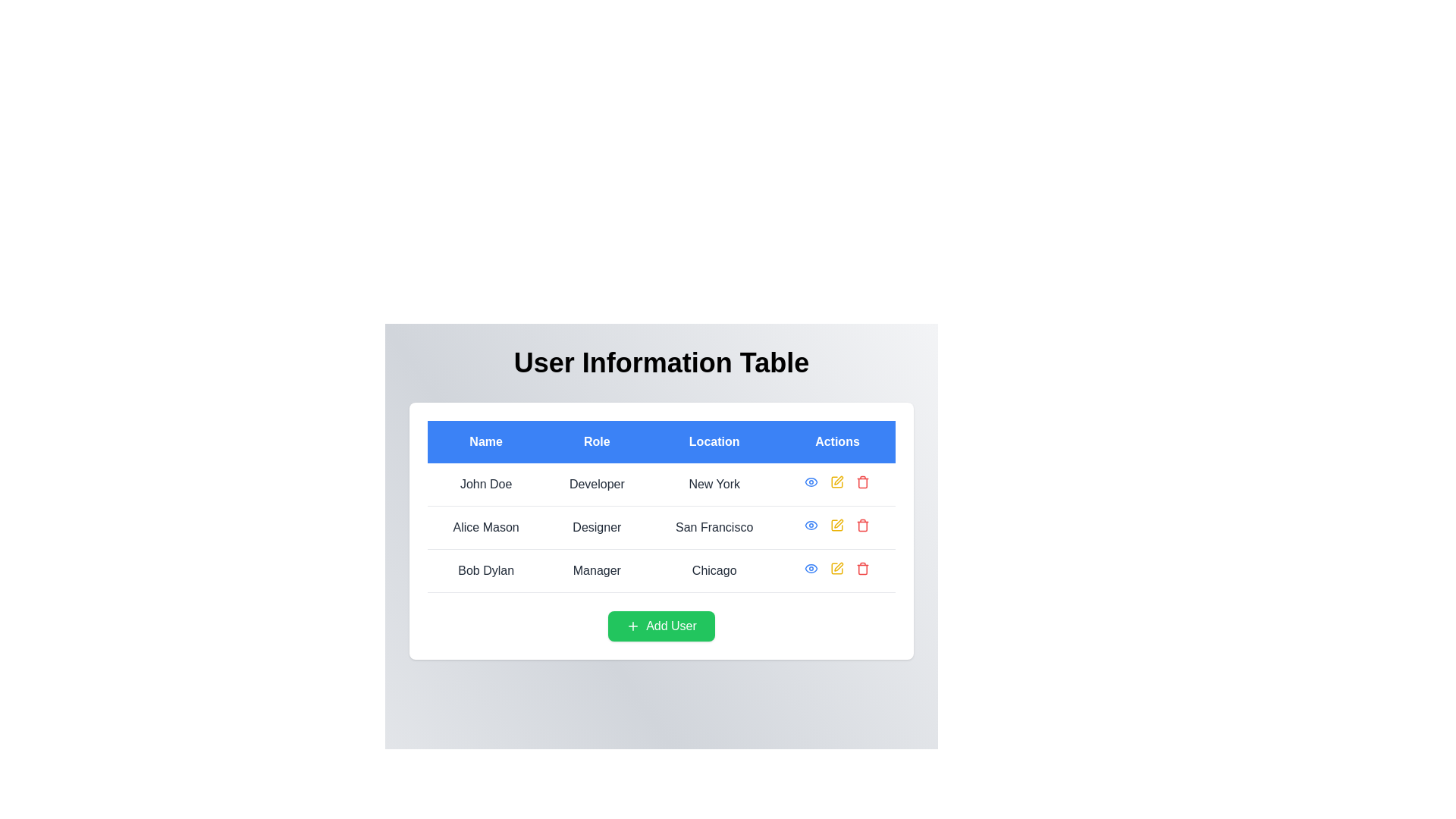  I want to click on the 'Manager' text label in the Role column, which is located in the same row as 'Bob Dylan' and 'Chicago', so click(596, 570).